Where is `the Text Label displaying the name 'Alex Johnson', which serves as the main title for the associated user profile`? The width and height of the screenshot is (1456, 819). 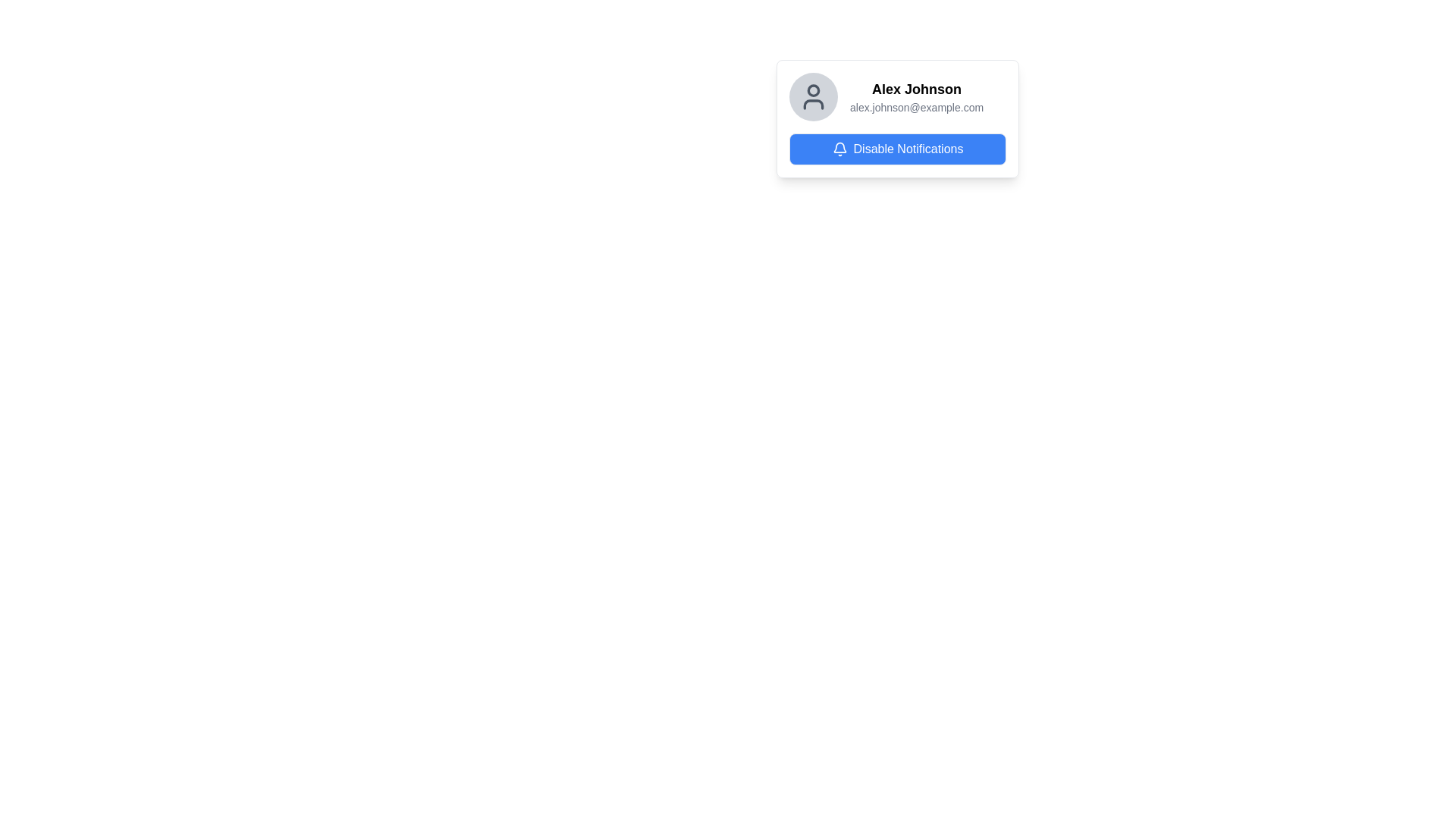
the Text Label displaying the name 'Alex Johnson', which serves as the main title for the associated user profile is located at coordinates (916, 89).